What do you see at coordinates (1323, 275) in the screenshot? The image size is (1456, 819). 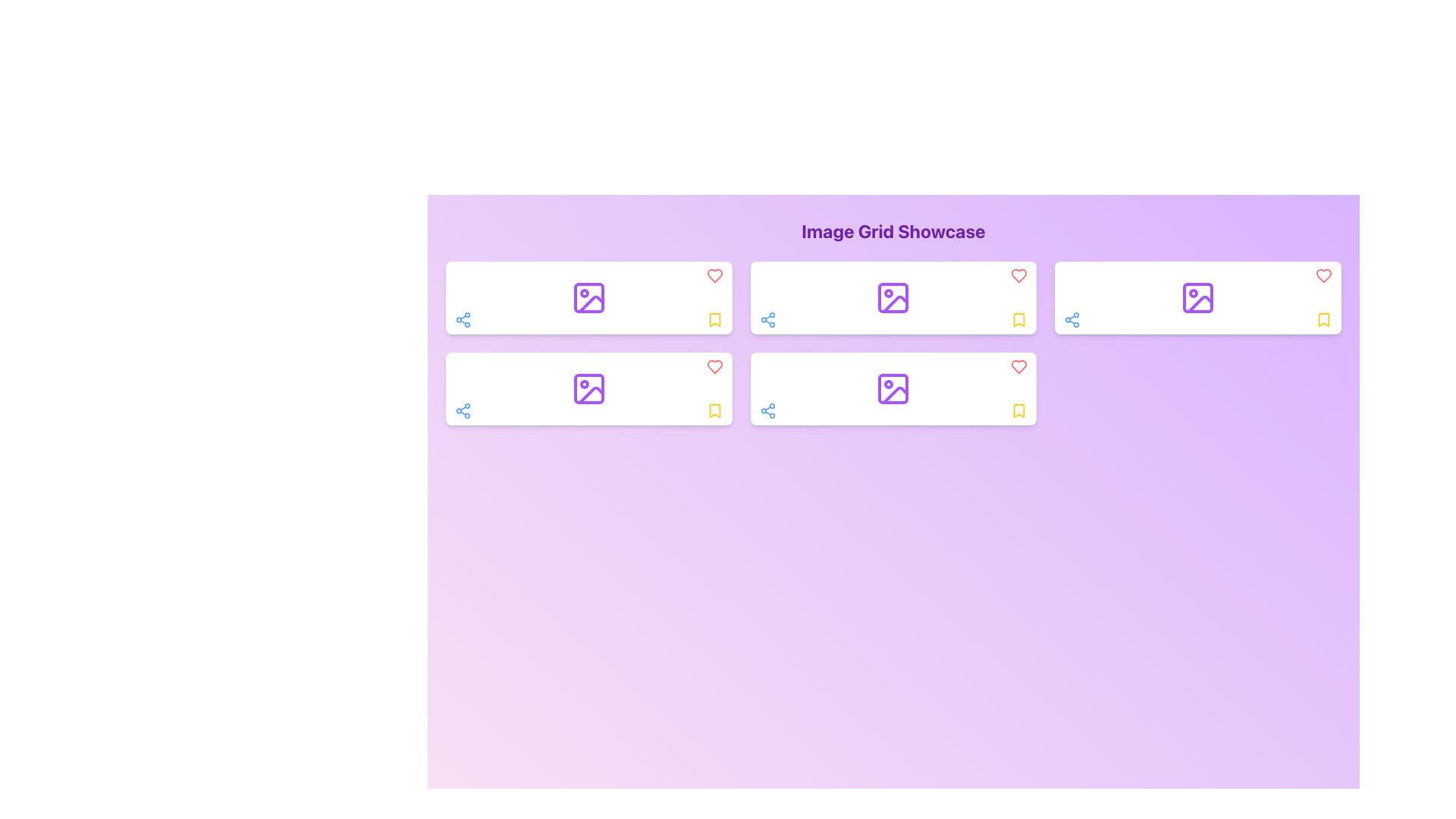 I see `the heart-shaped icon indicating favorites or likes located in the top-right corner of a card component` at bounding box center [1323, 275].